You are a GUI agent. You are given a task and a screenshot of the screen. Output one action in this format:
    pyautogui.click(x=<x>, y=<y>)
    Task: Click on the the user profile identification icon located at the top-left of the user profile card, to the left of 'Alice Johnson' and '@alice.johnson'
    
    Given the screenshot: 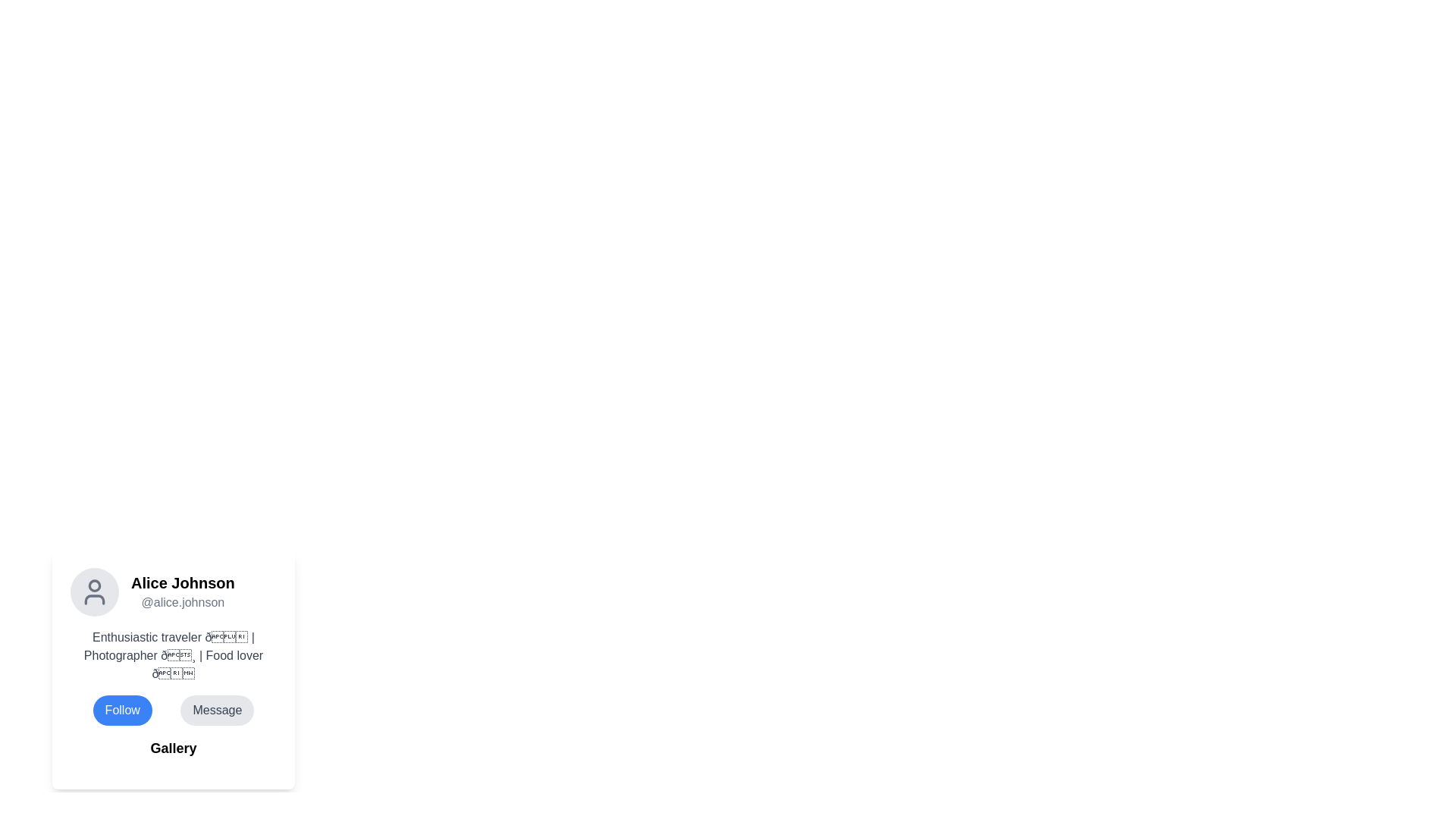 What is the action you would take?
    pyautogui.click(x=93, y=591)
    